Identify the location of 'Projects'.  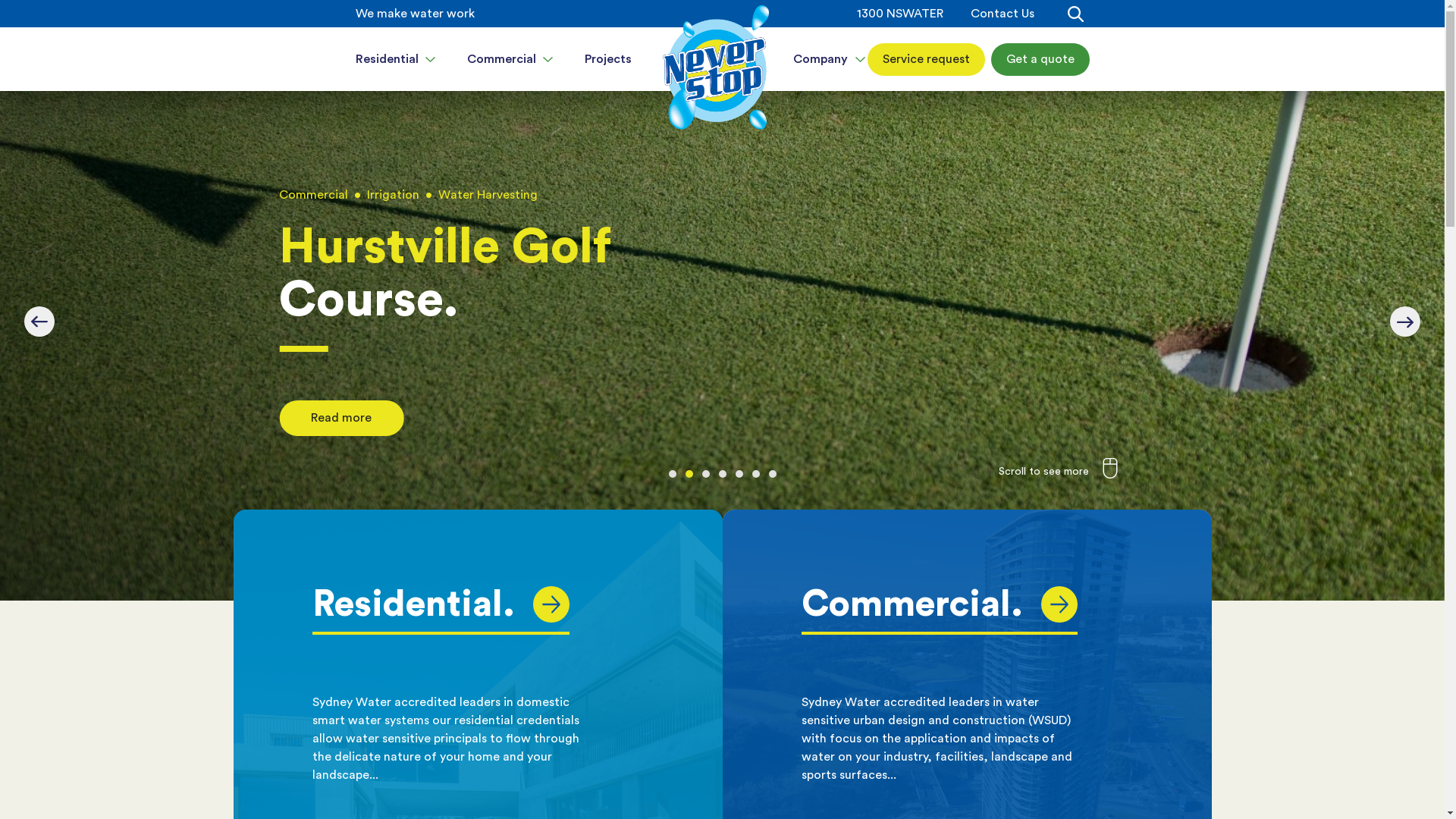
(607, 58).